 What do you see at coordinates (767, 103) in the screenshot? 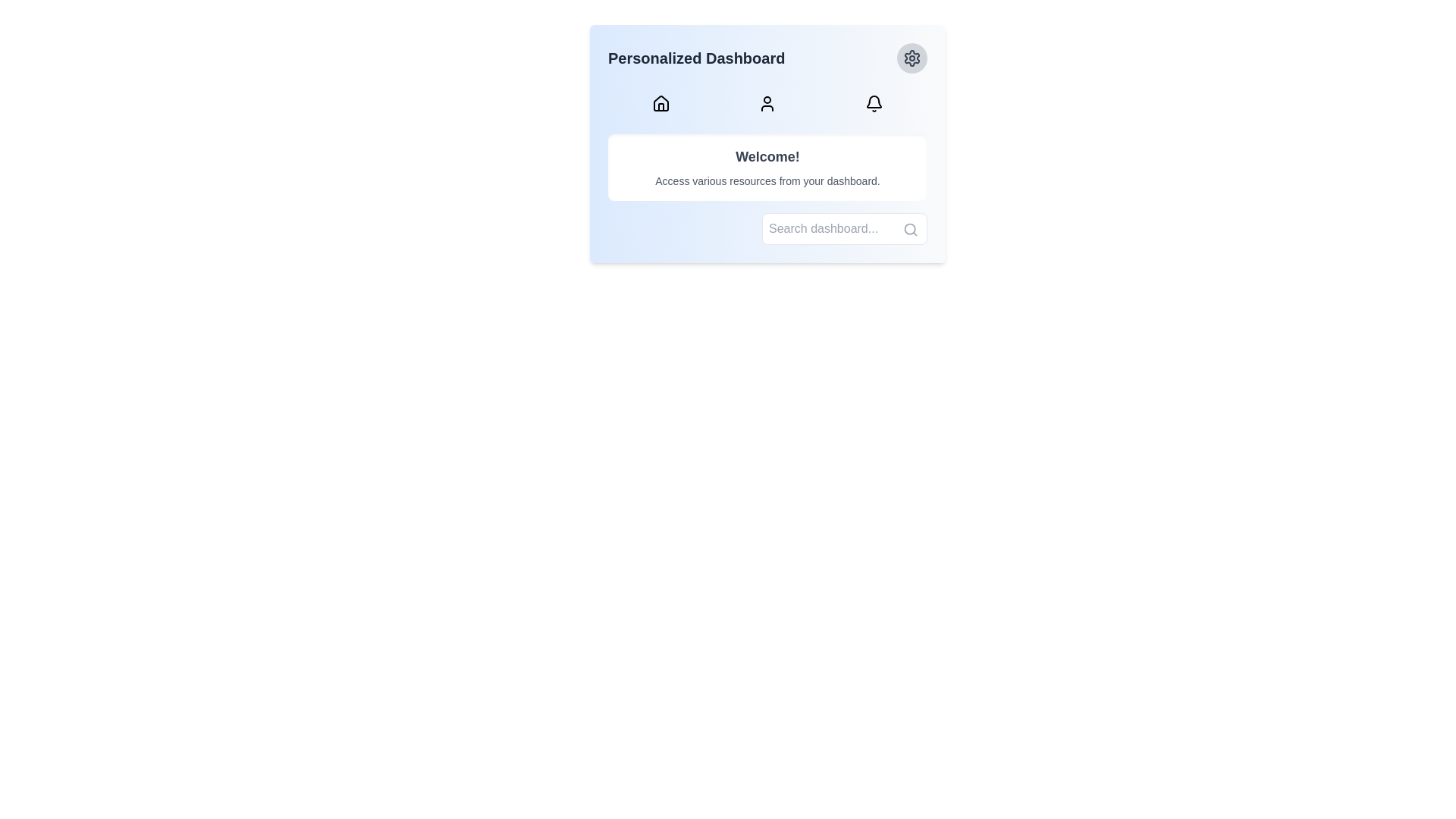
I see `the outlined user icon, which is the second icon from the left on the horizontal toolbar at the top of the dashboard card interface` at bounding box center [767, 103].